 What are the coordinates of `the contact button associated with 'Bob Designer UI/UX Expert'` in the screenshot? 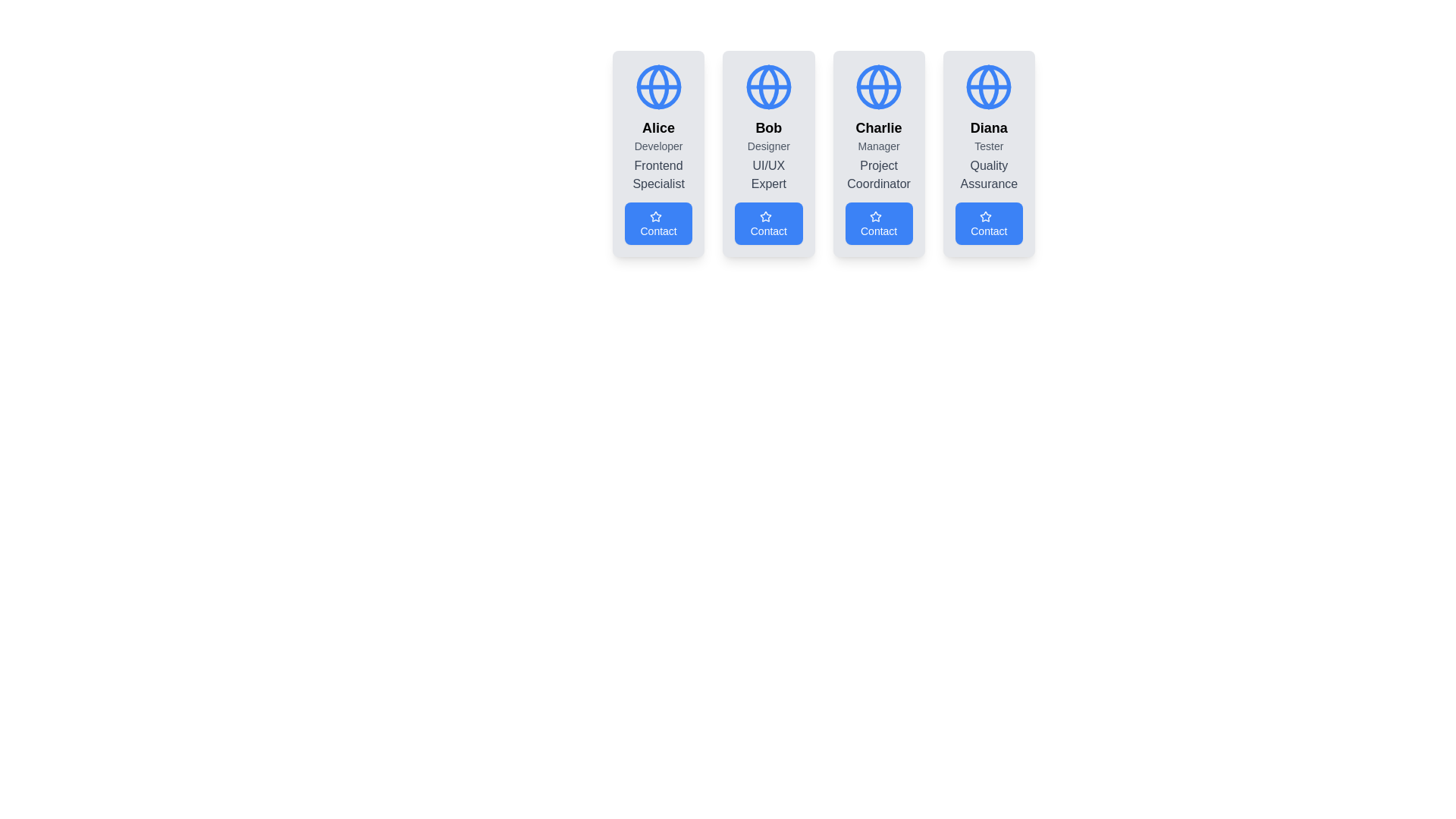 It's located at (768, 223).